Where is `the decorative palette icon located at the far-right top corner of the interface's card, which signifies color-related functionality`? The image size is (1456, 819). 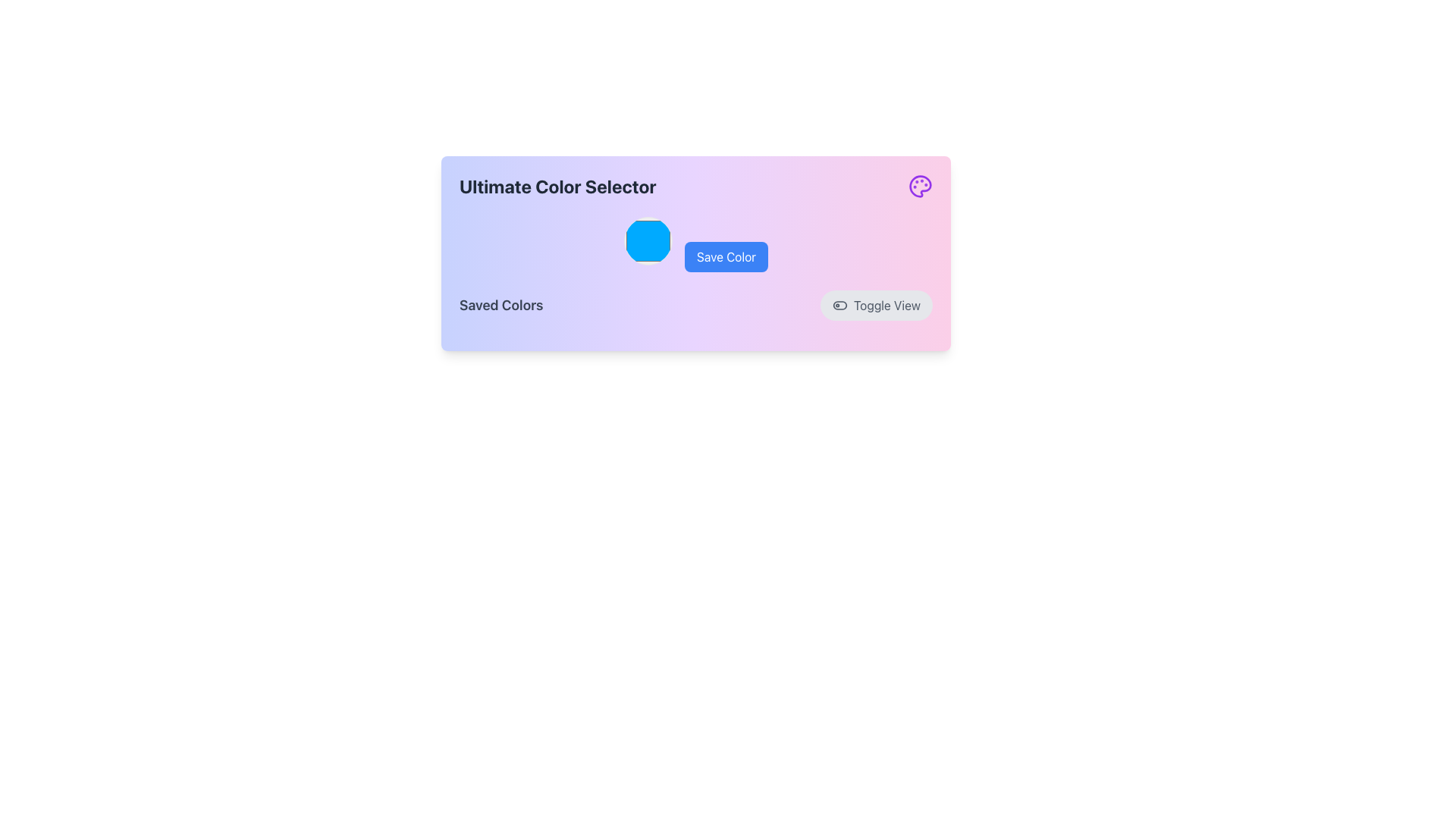 the decorative palette icon located at the far-right top corner of the interface's card, which signifies color-related functionality is located at coordinates (920, 186).